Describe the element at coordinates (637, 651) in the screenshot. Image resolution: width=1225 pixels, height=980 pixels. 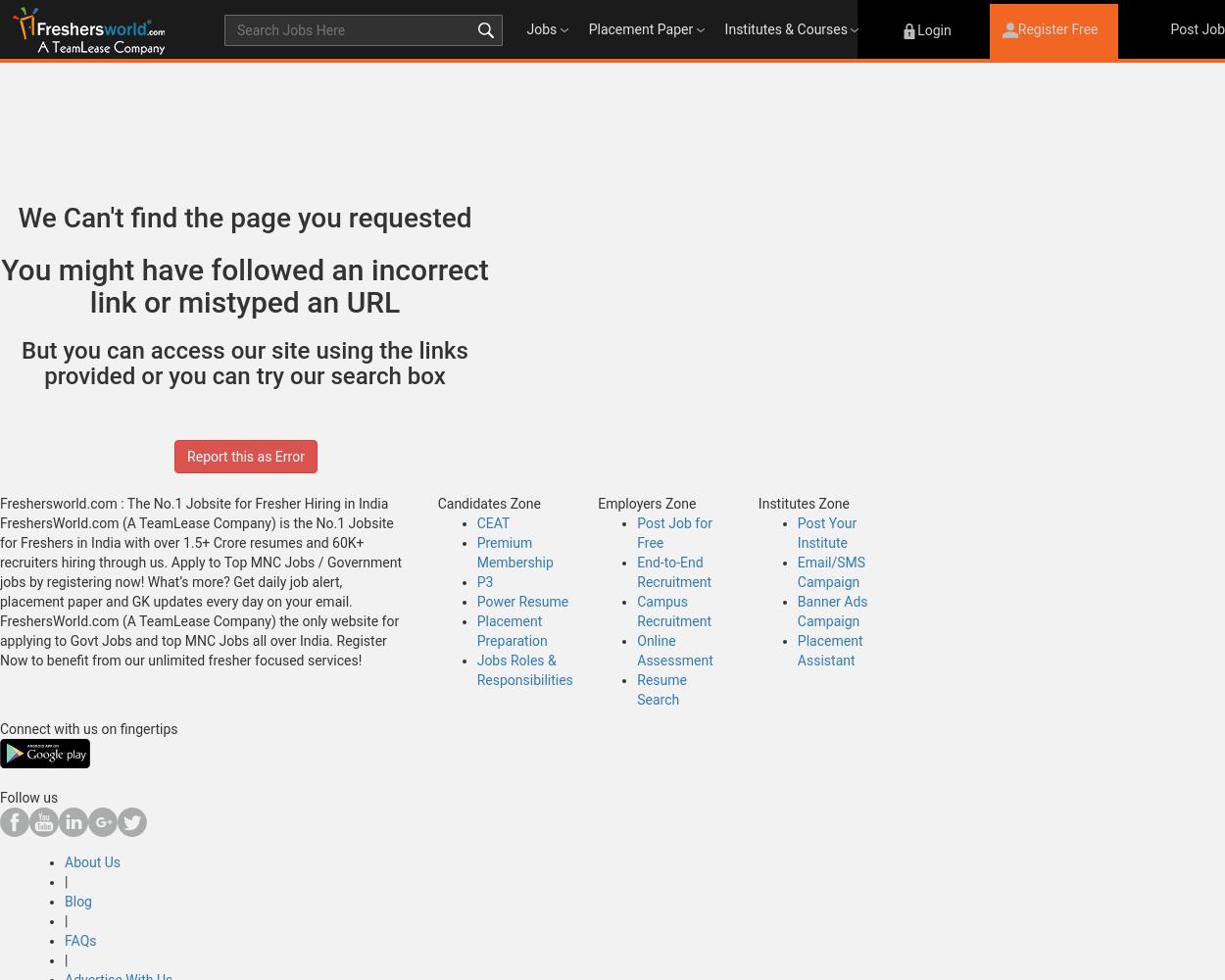
I see `'Online Assessment'` at that location.